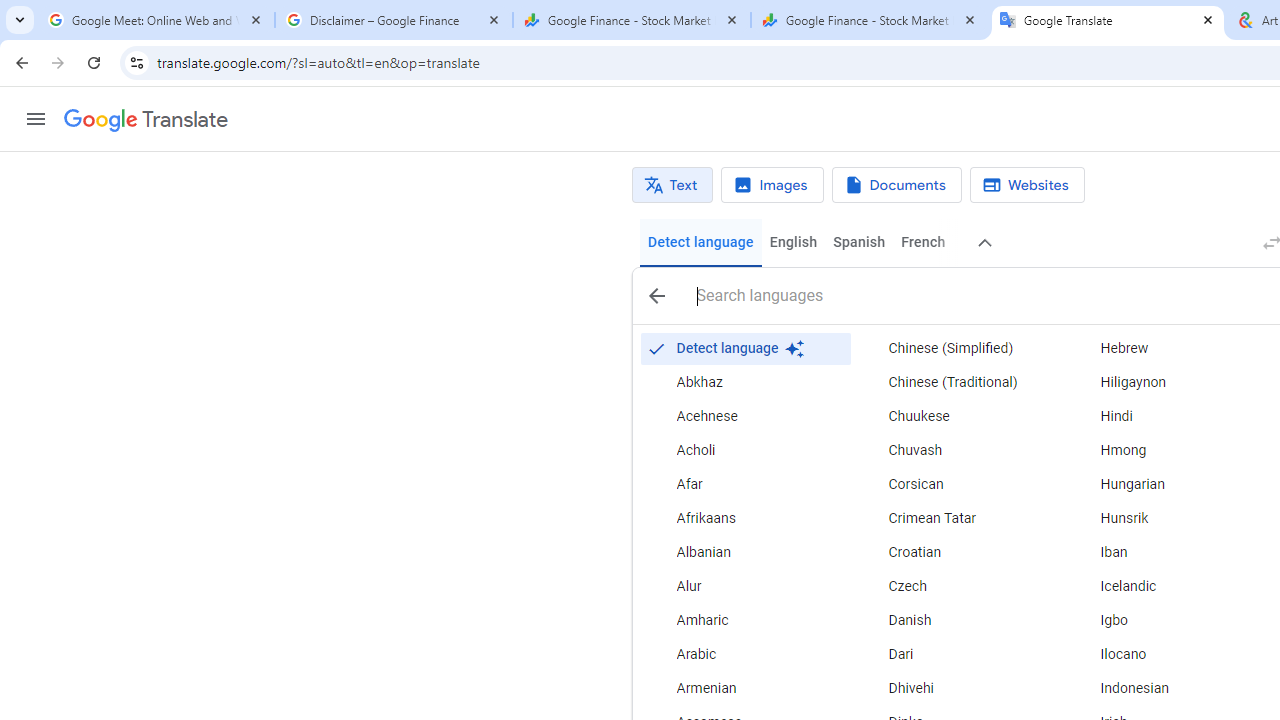  I want to click on 'Igbo', so click(1169, 620).